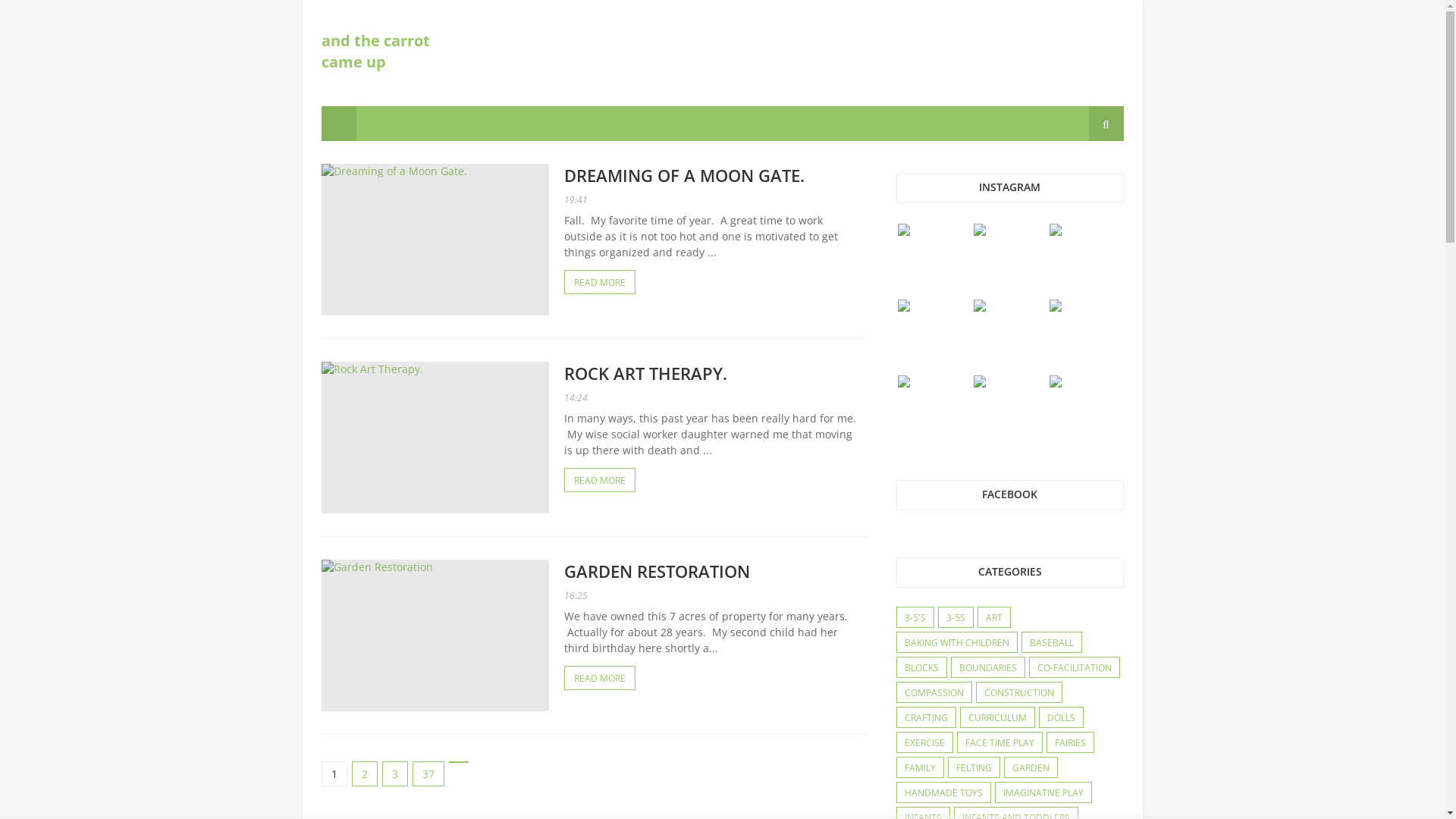  Describe the element at coordinates (896, 643) in the screenshot. I see `'BAKING WITH CHILDREN'` at that location.